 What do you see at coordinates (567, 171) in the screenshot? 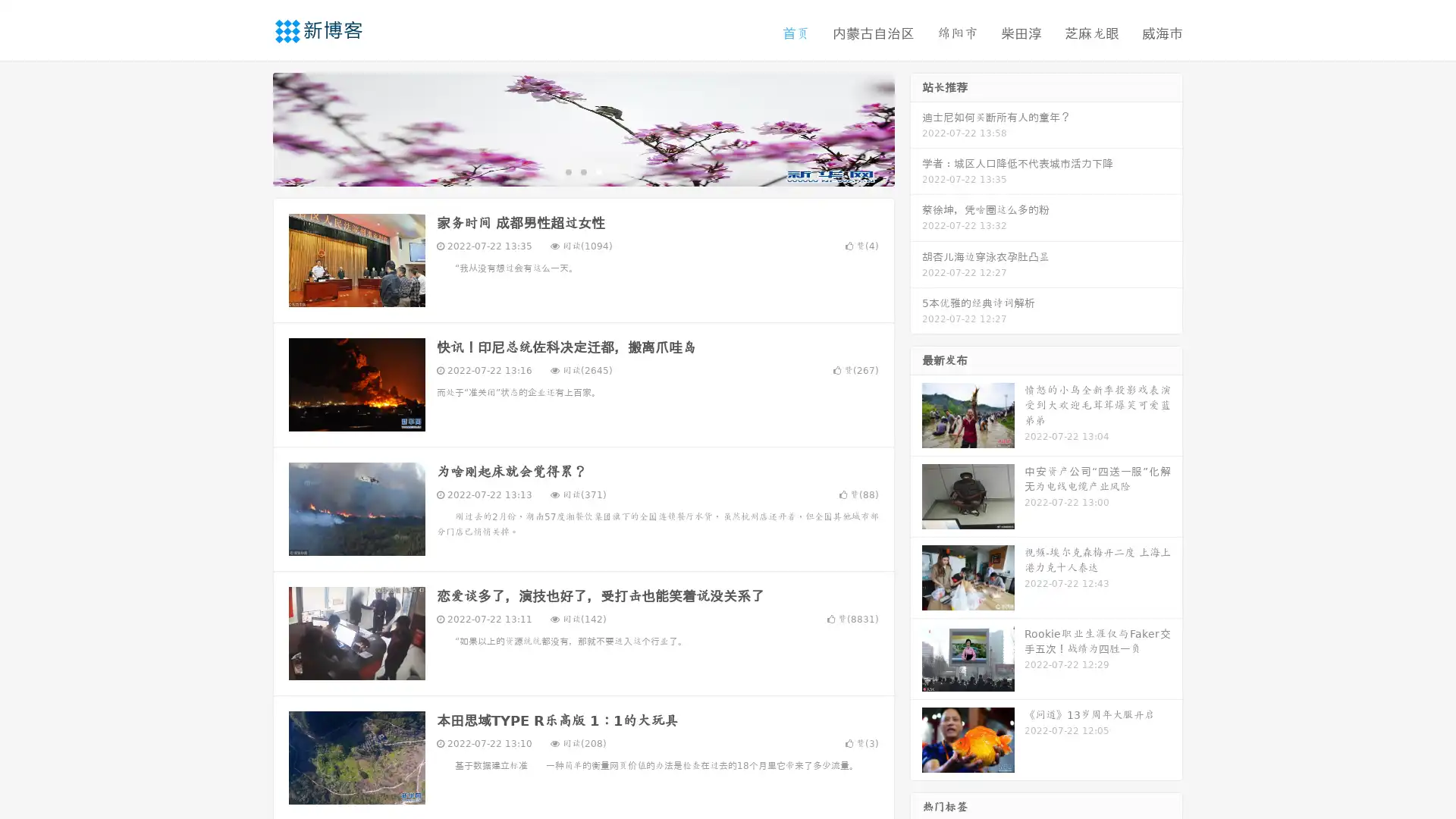
I see `Go to slide 1` at bounding box center [567, 171].